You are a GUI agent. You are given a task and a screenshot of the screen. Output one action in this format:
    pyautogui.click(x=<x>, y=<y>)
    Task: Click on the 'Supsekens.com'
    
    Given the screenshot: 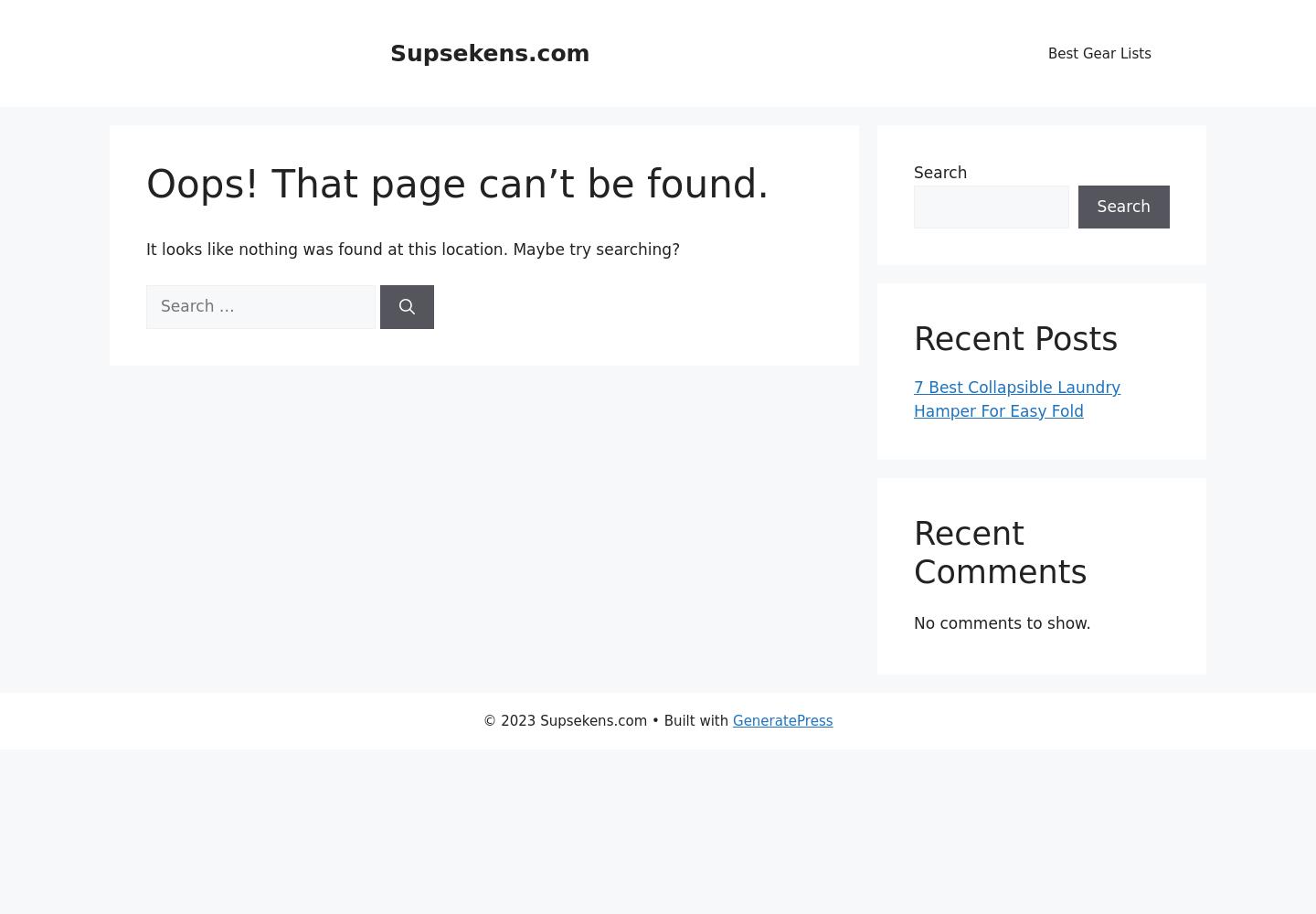 What is the action you would take?
    pyautogui.click(x=488, y=52)
    